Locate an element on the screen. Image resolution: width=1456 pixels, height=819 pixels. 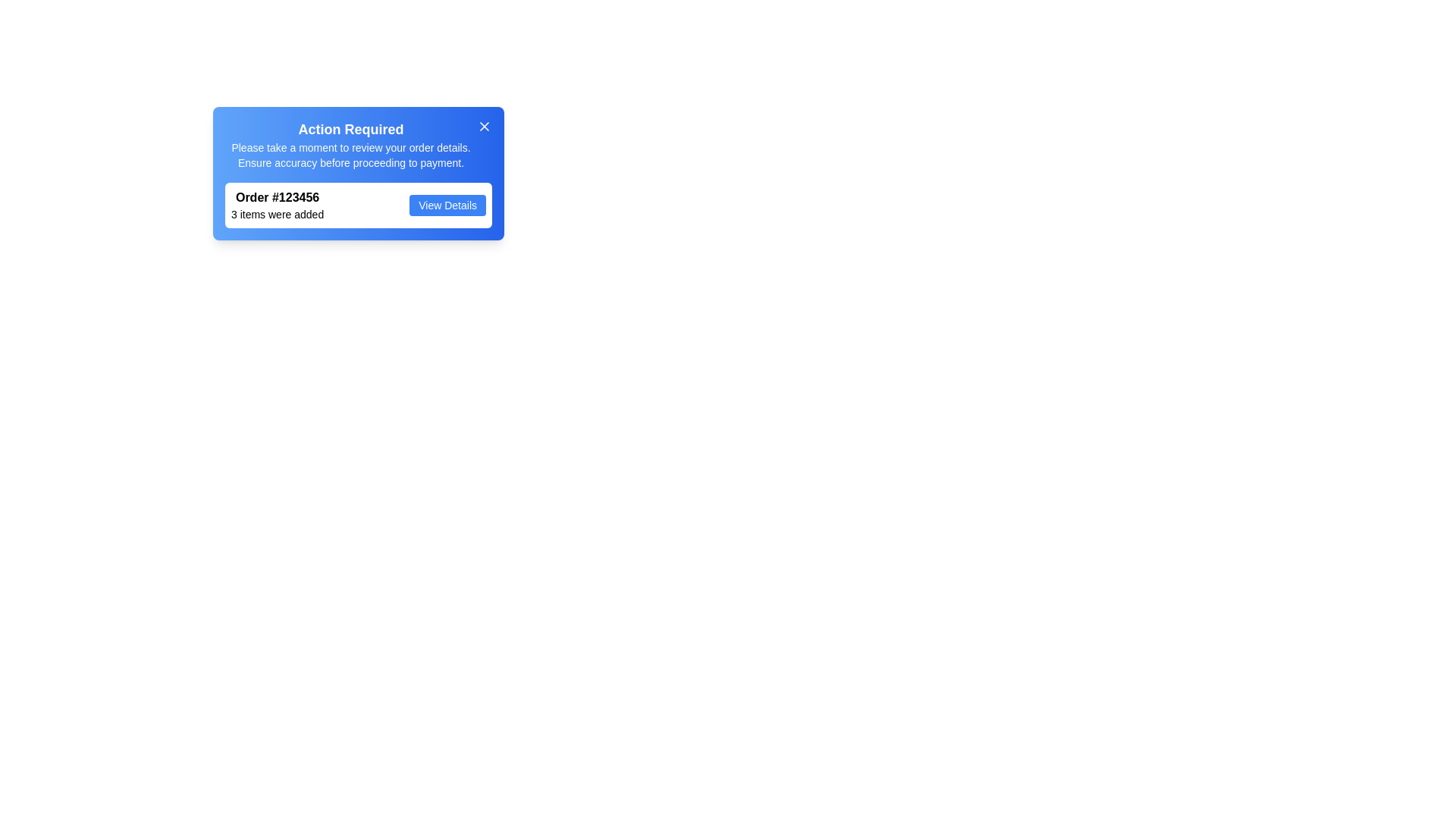
informational text block that displays 'Action Required' and the accompanying message about reviewing order details before payment is located at coordinates (350, 145).